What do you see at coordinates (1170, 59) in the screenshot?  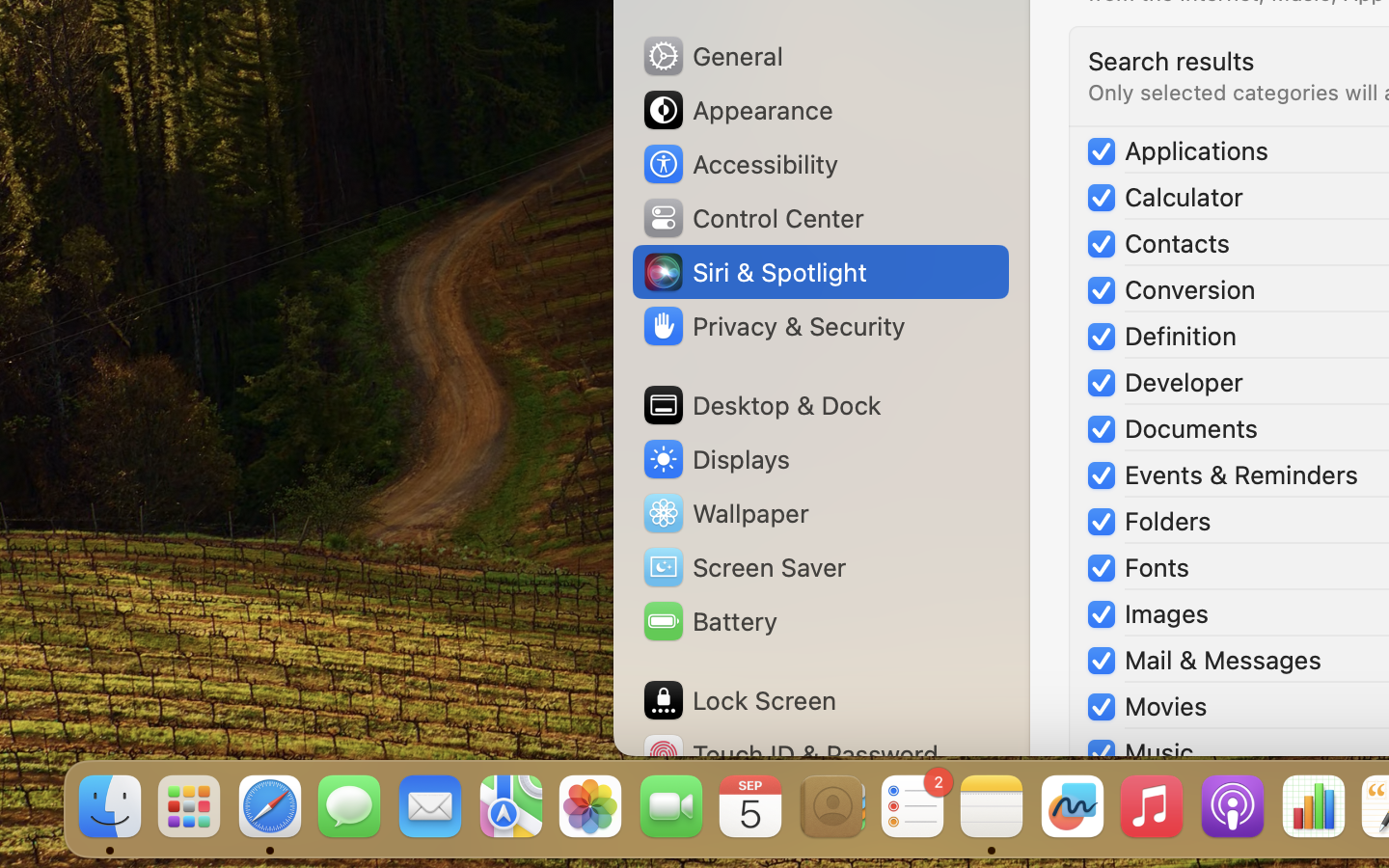 I see `'Search results'` at bounding box center [1170, 59].